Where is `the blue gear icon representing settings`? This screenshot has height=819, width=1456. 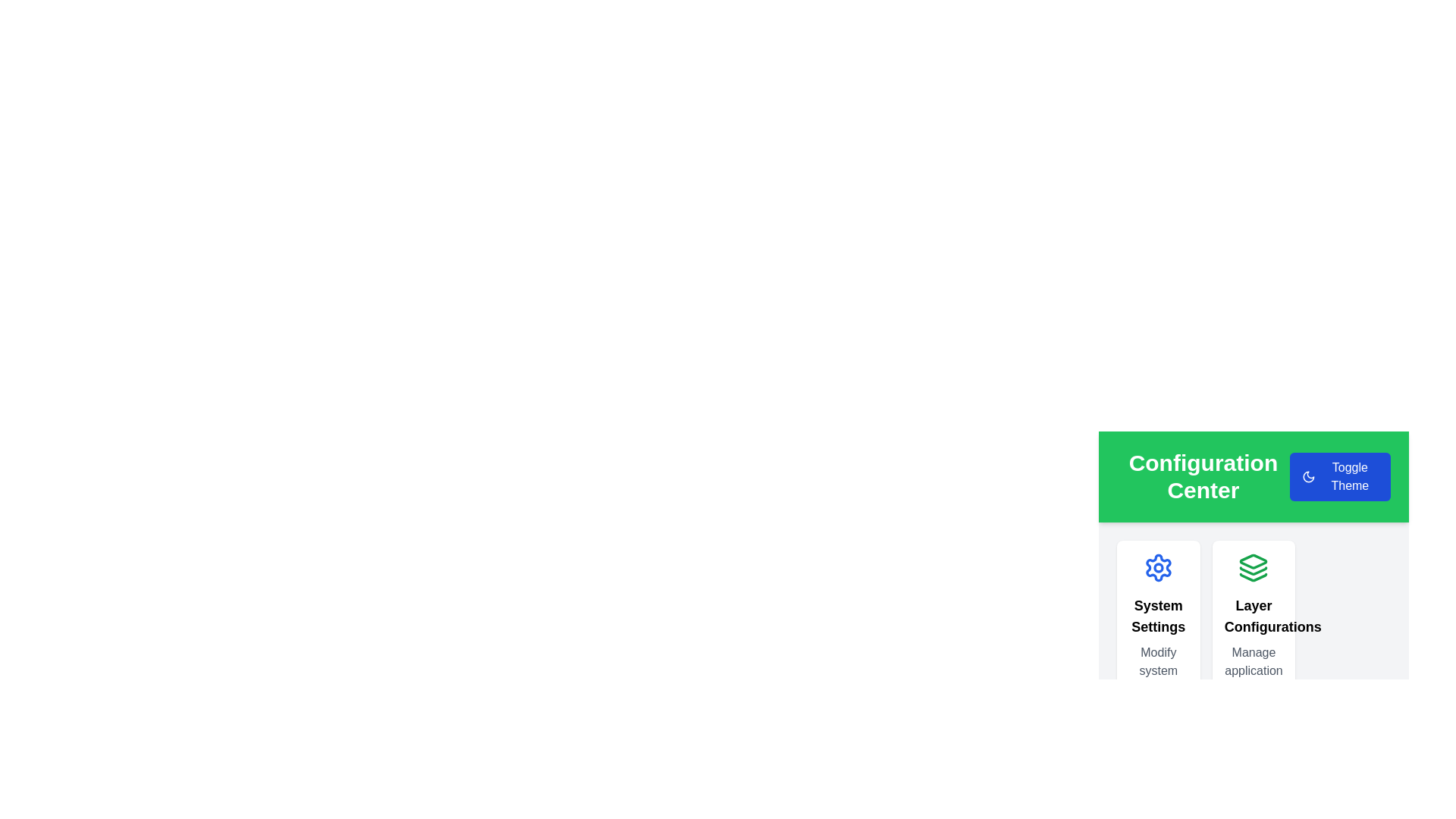 the blue gear icon representing settings is located at coordinates (1157, 567).